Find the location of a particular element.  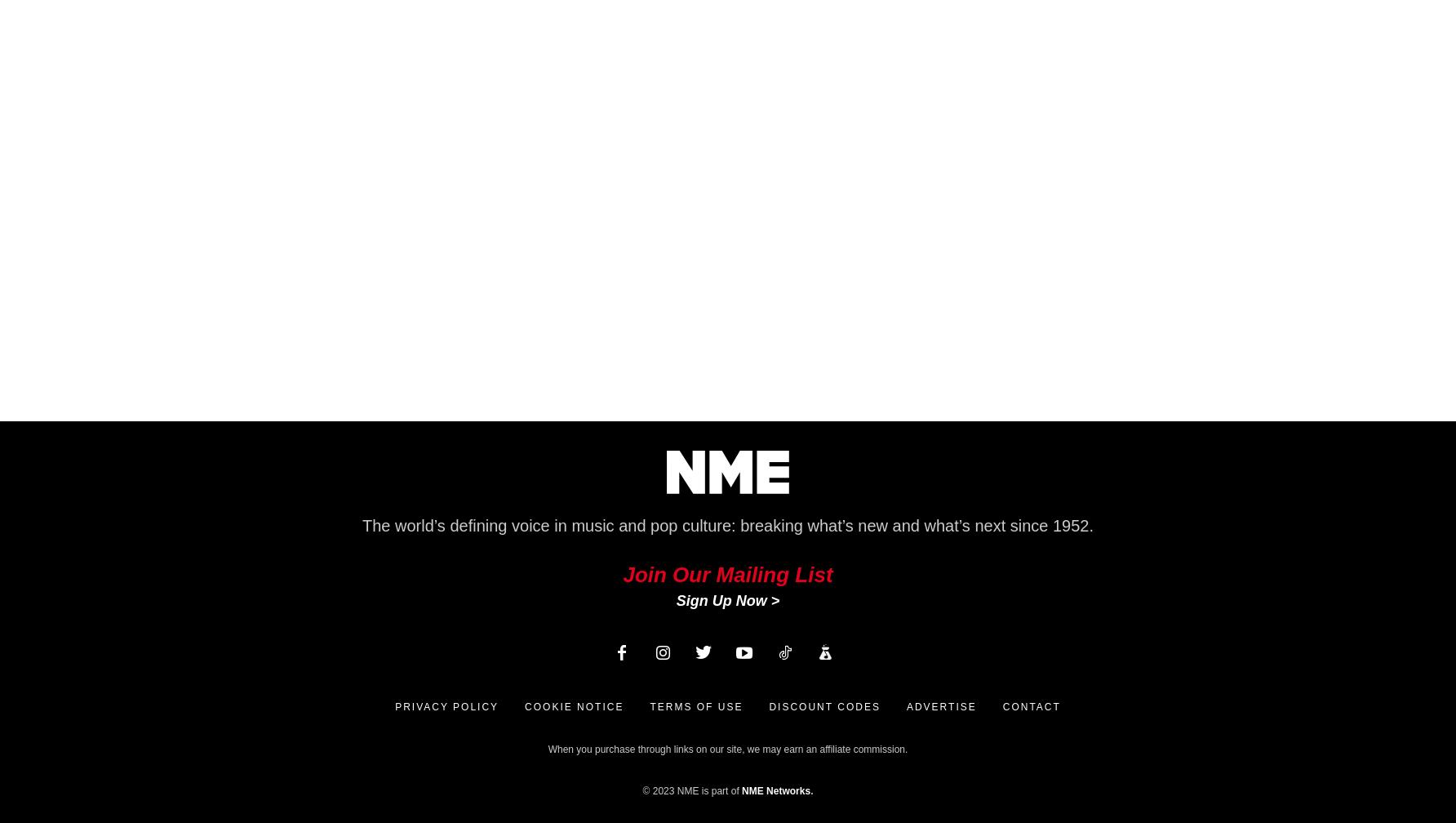

'Privacy Policy' is located at coordinates (446, 706).